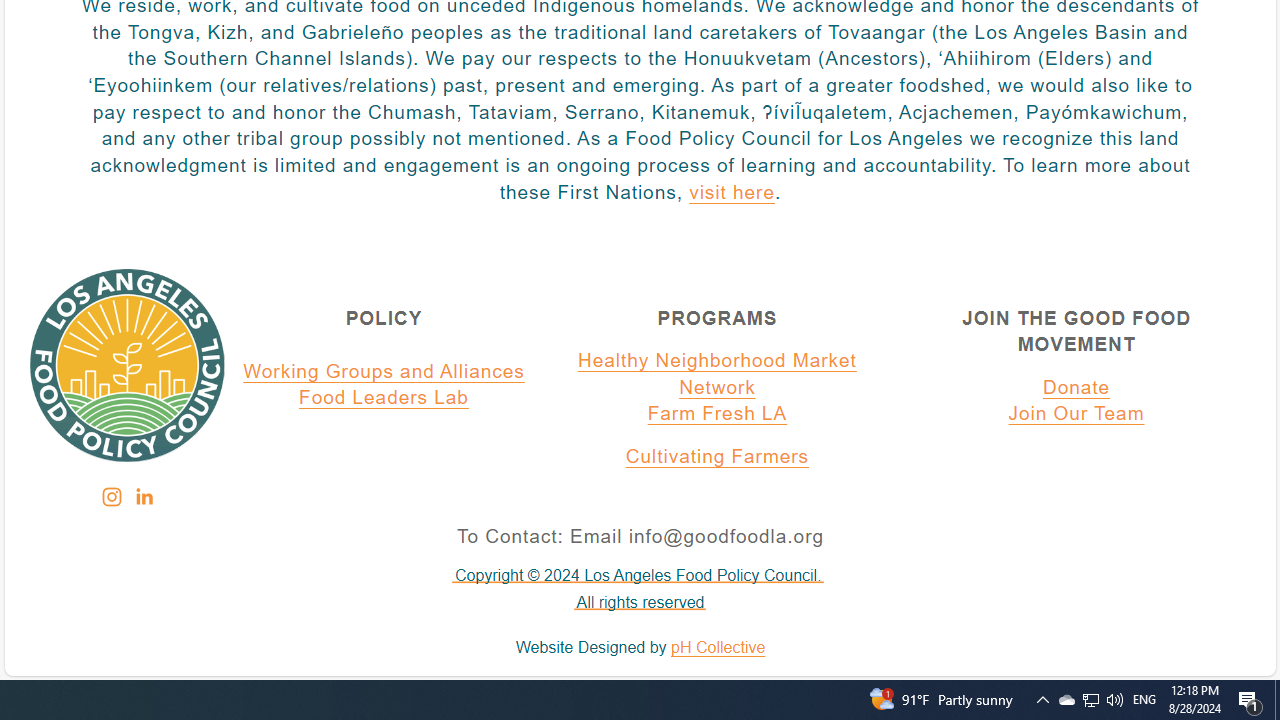 Image resolution: width=1280 pixels, height=720 pixels. What do you see at coordinates (110, 496) in the screenshot?
I see `'Instagram'` at bounding box center [110, 496].